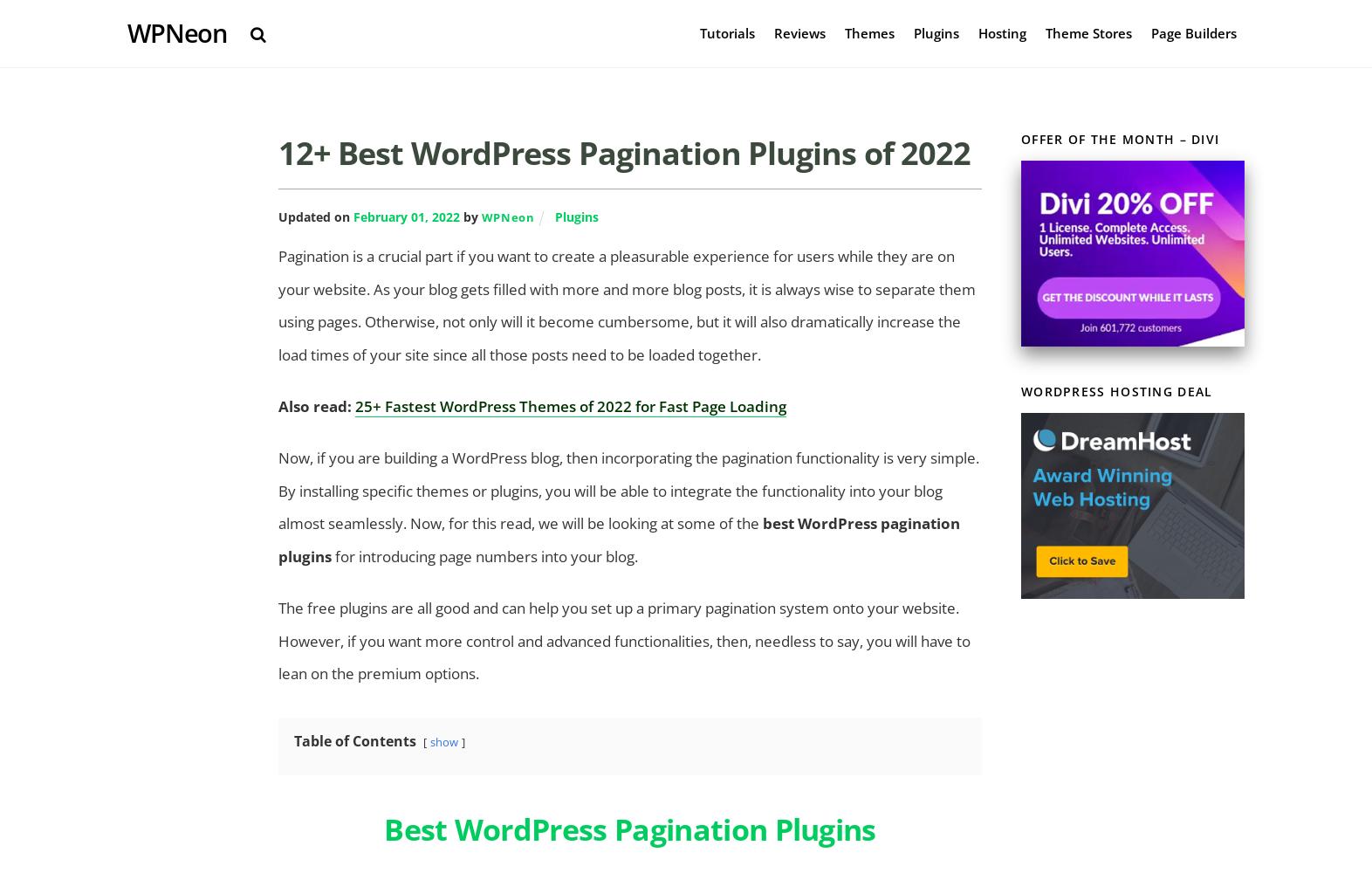 Image resolution: width=1372 pixels, height=873 pixels. What do you see at coordinates (314, 215) in the screenshot?
I see `'Updated on'` at bounding box center [314, 215].